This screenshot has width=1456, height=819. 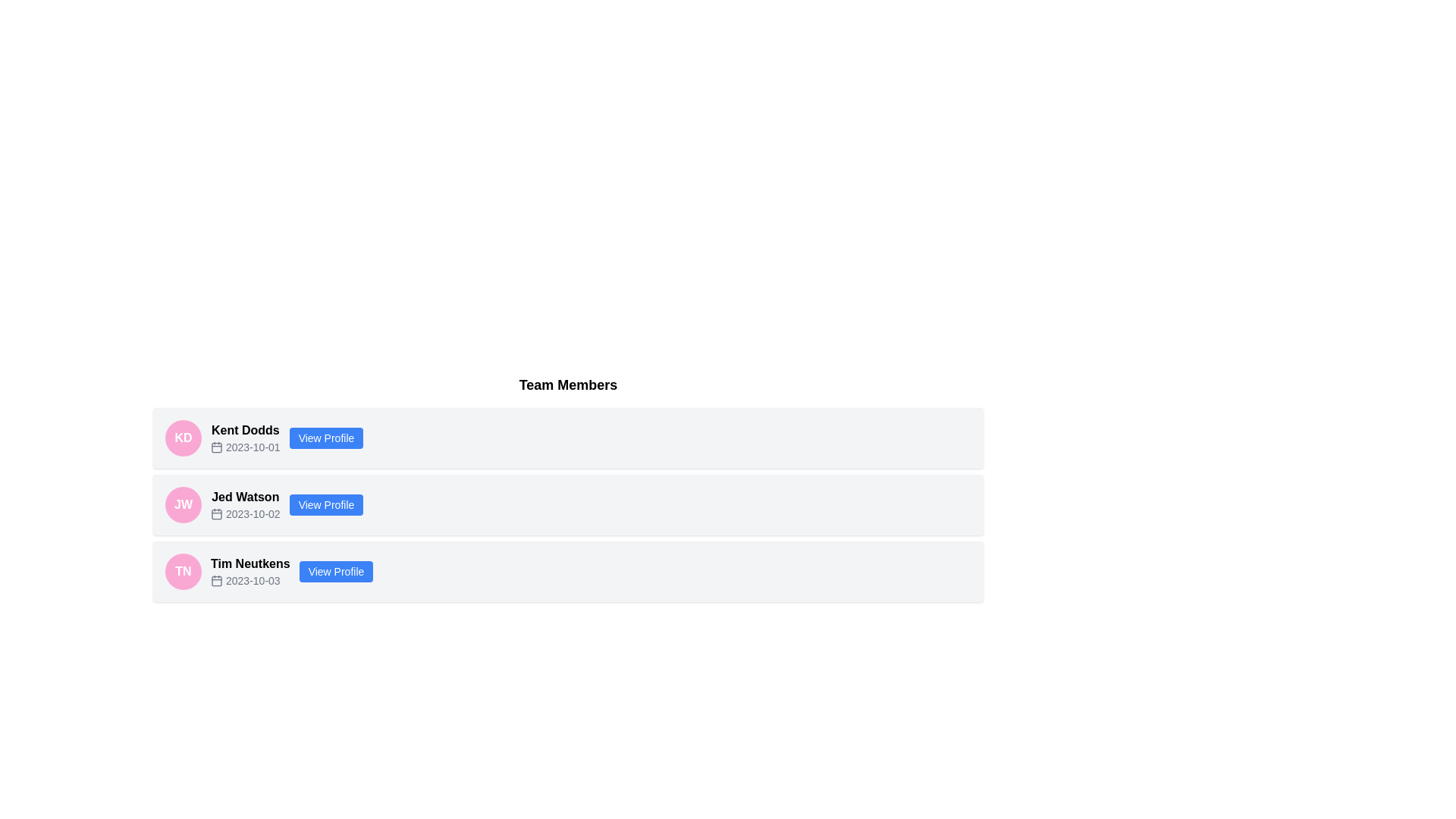 I want to click on the decorative shape within the SVG calendar icon, which is centrally positioned to the left of the date text in the second list item, so click(x=216, y=513).